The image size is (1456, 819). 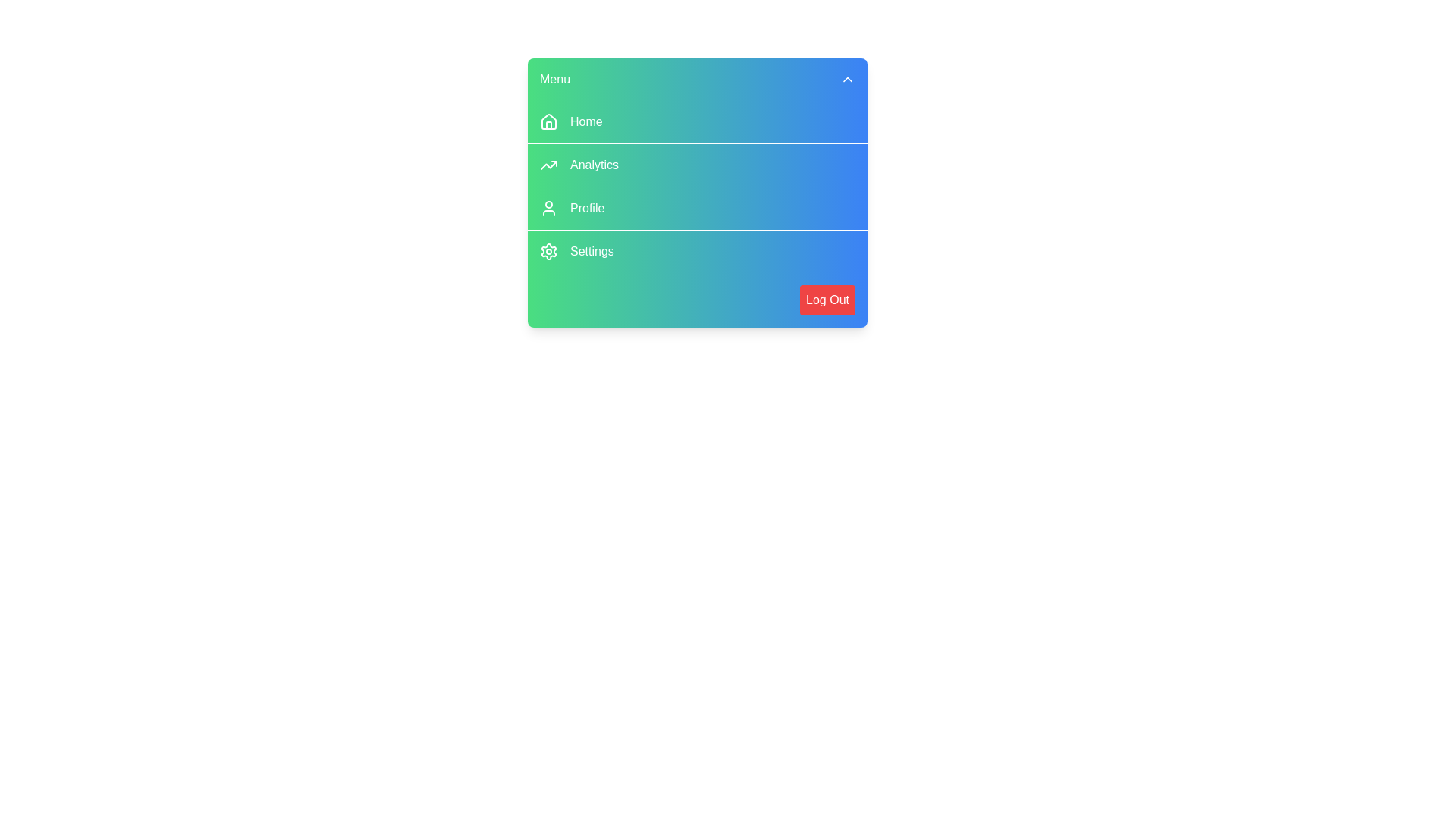 What do you see at coordinates (697, 79) in the screenshot?
I see `the toggle button at the top of the menu to close it` at bounding box center [697, 79].